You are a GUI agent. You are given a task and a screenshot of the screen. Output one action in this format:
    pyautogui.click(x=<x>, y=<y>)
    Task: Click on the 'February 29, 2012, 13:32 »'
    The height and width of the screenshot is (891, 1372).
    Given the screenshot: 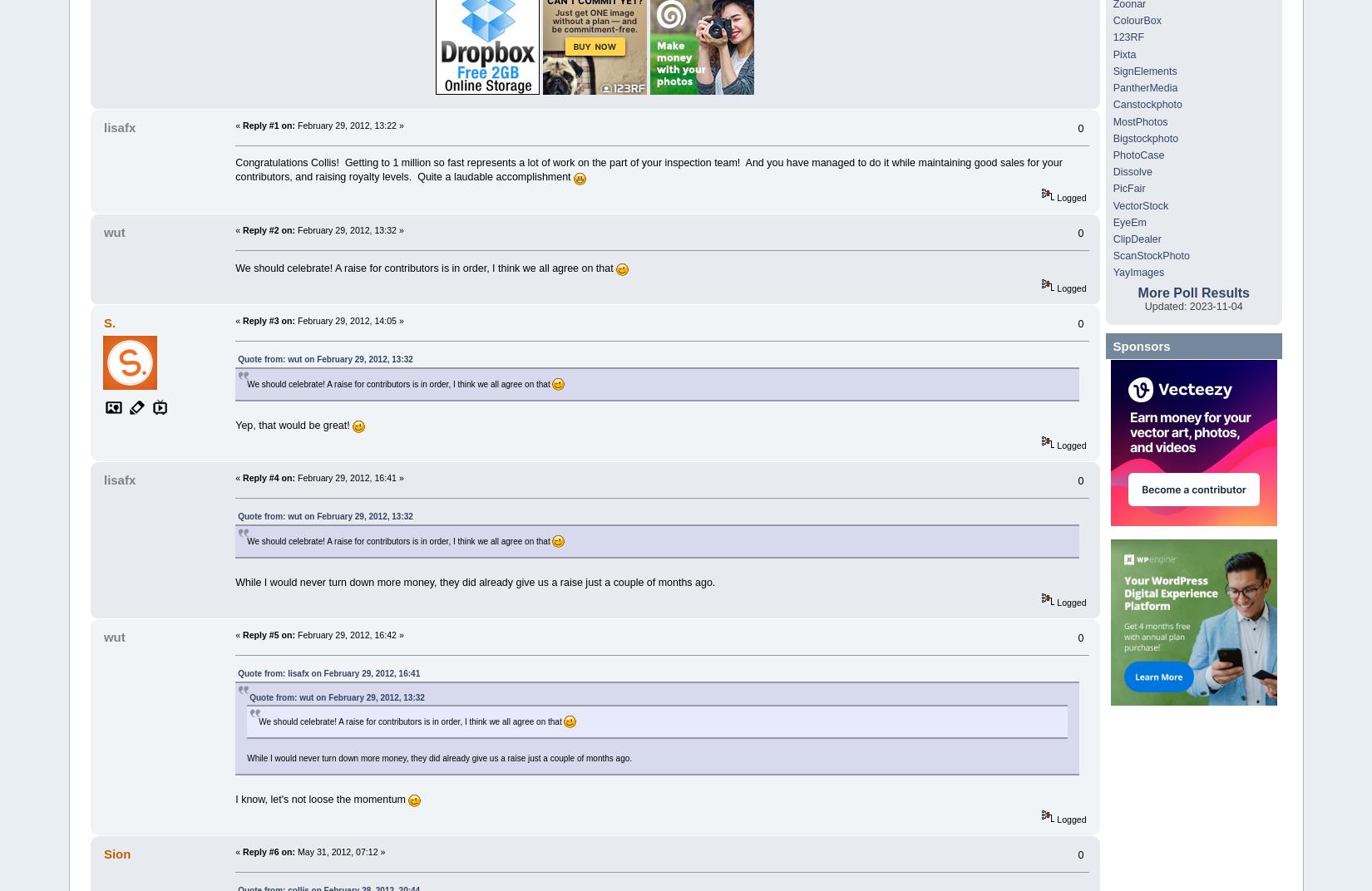 What is the action you would take?
    pyautogui.click(x=348, y=229)
    